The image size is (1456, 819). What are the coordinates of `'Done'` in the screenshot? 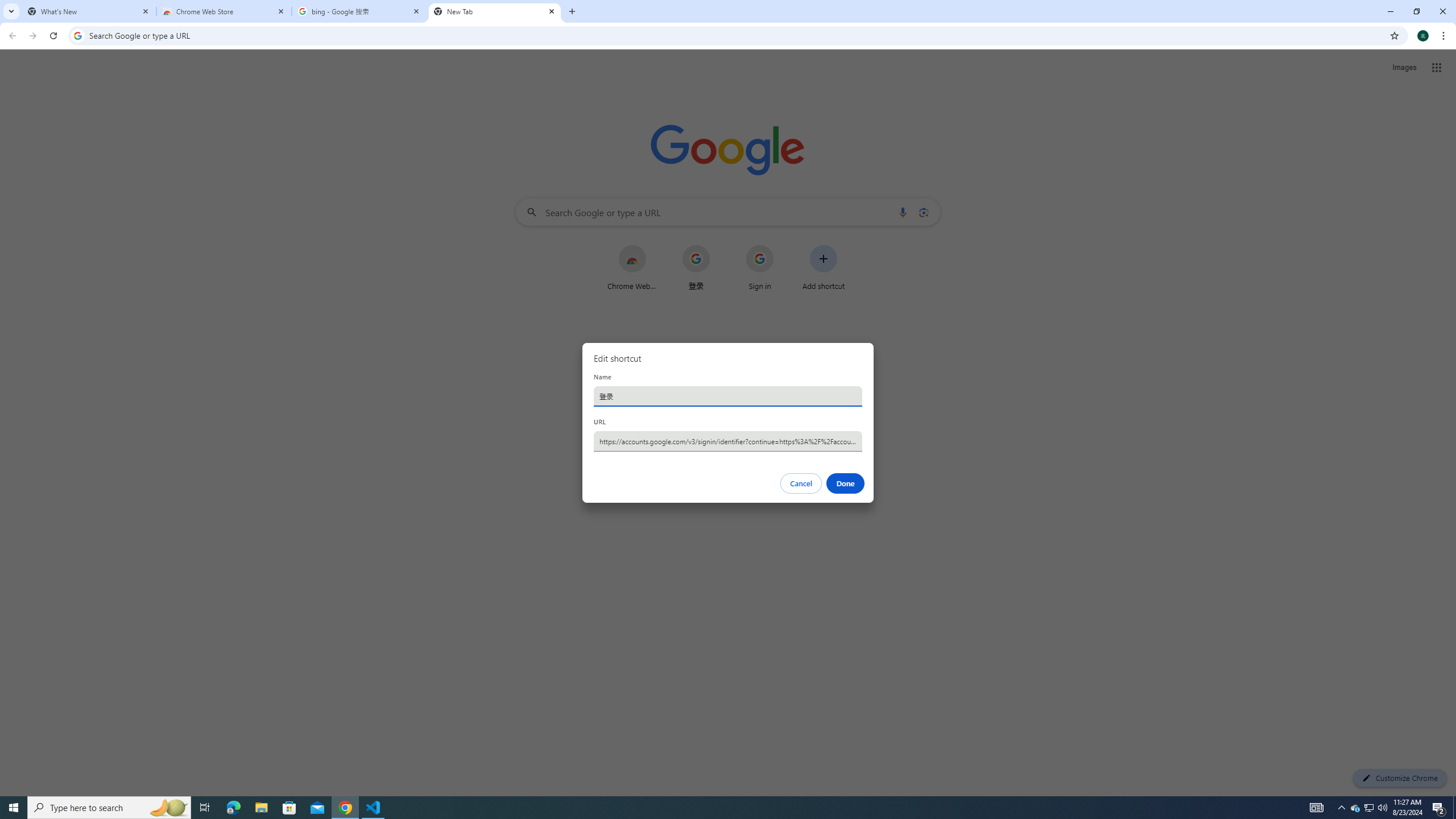 It's located at (846, 483).